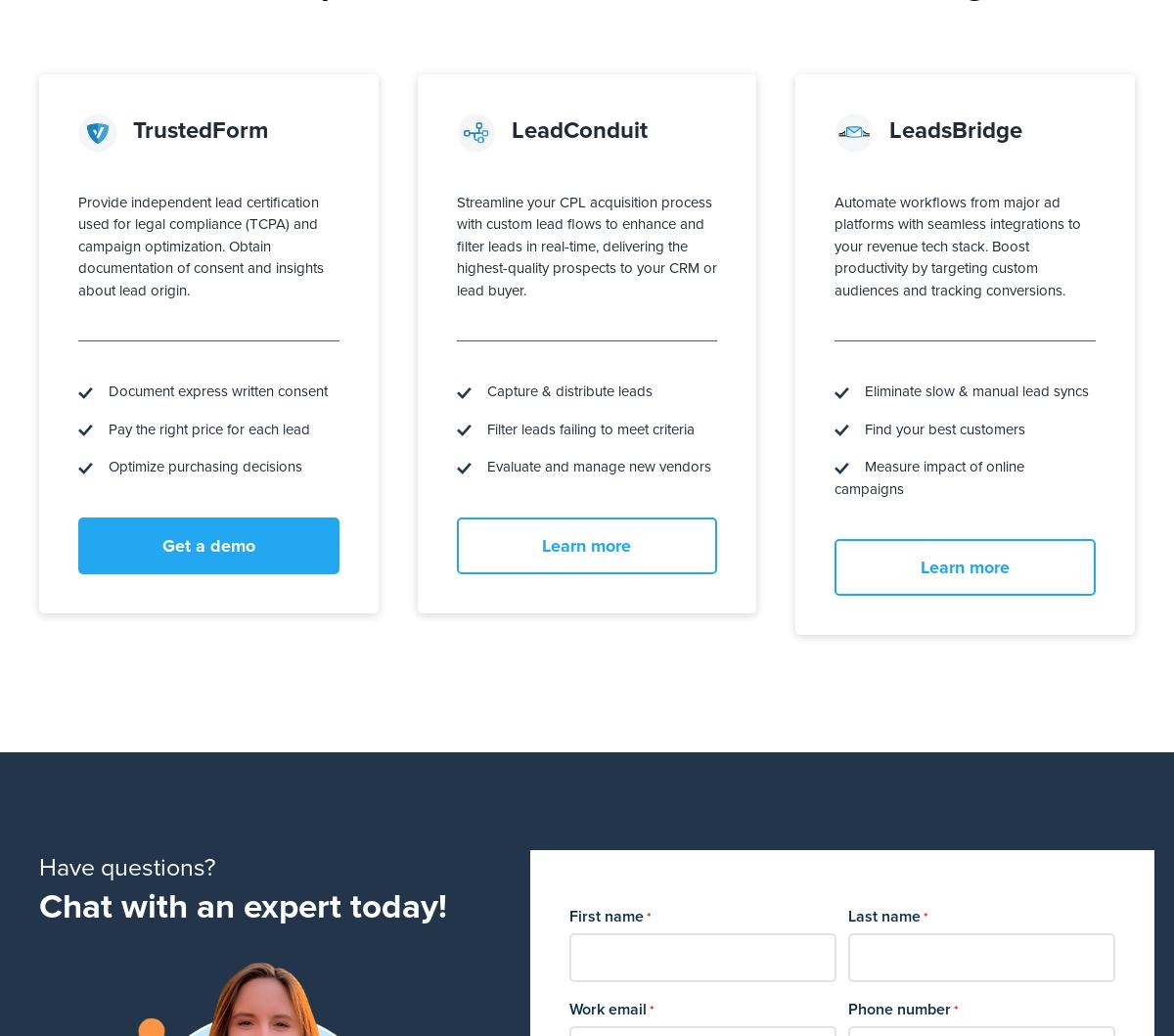 This screenshot has height=1036, width=1174. Describe the element at coordinates (574, 126) in the screenshot. I see `'LeadConduit'` at that location.